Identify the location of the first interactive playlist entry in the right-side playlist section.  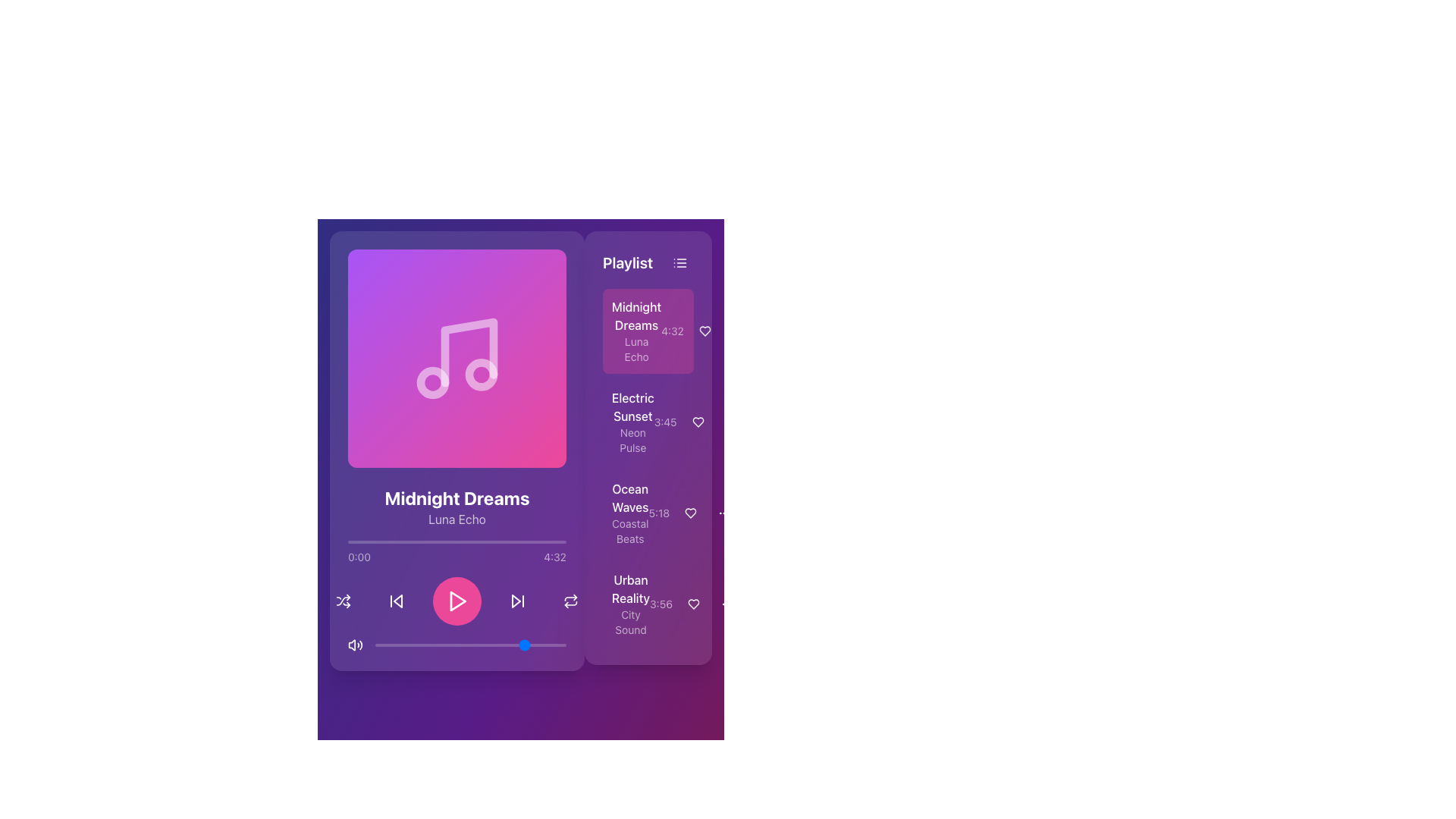
(648, 330).